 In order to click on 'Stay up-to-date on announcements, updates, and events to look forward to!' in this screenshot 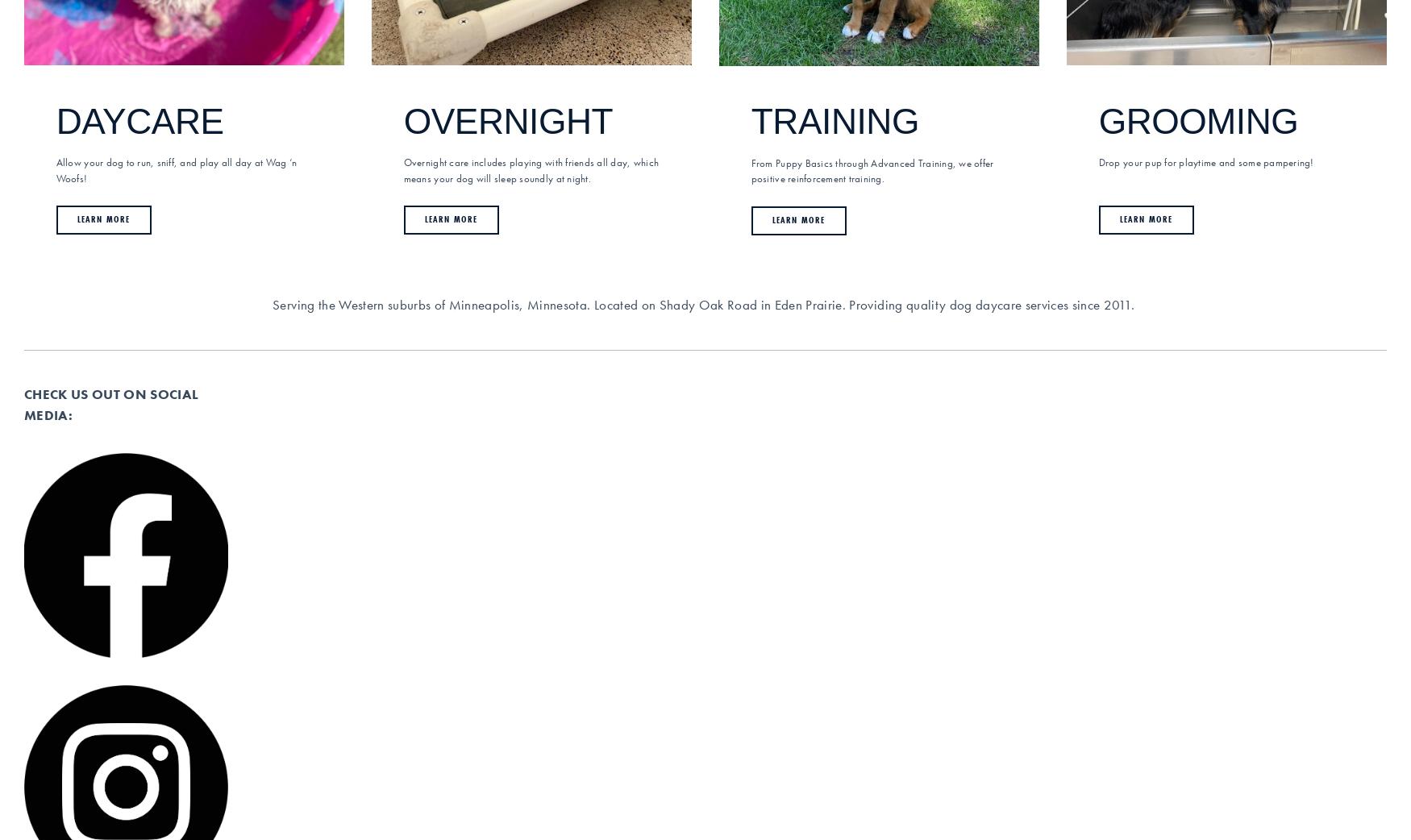, I will do `click(119, 605)`.